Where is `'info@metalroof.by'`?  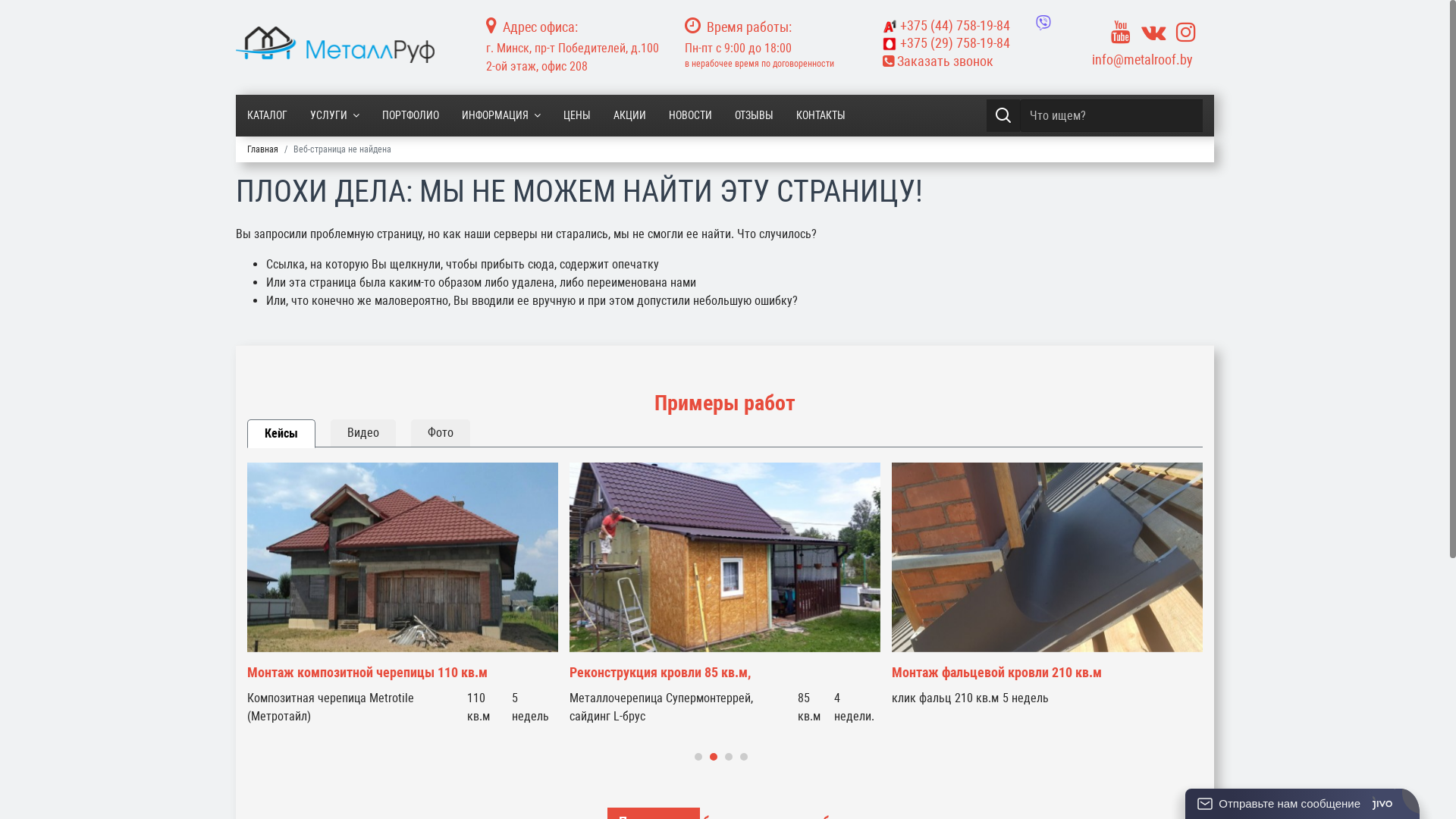
'info@metalroof.by' is located at coordinates (1092, 58).